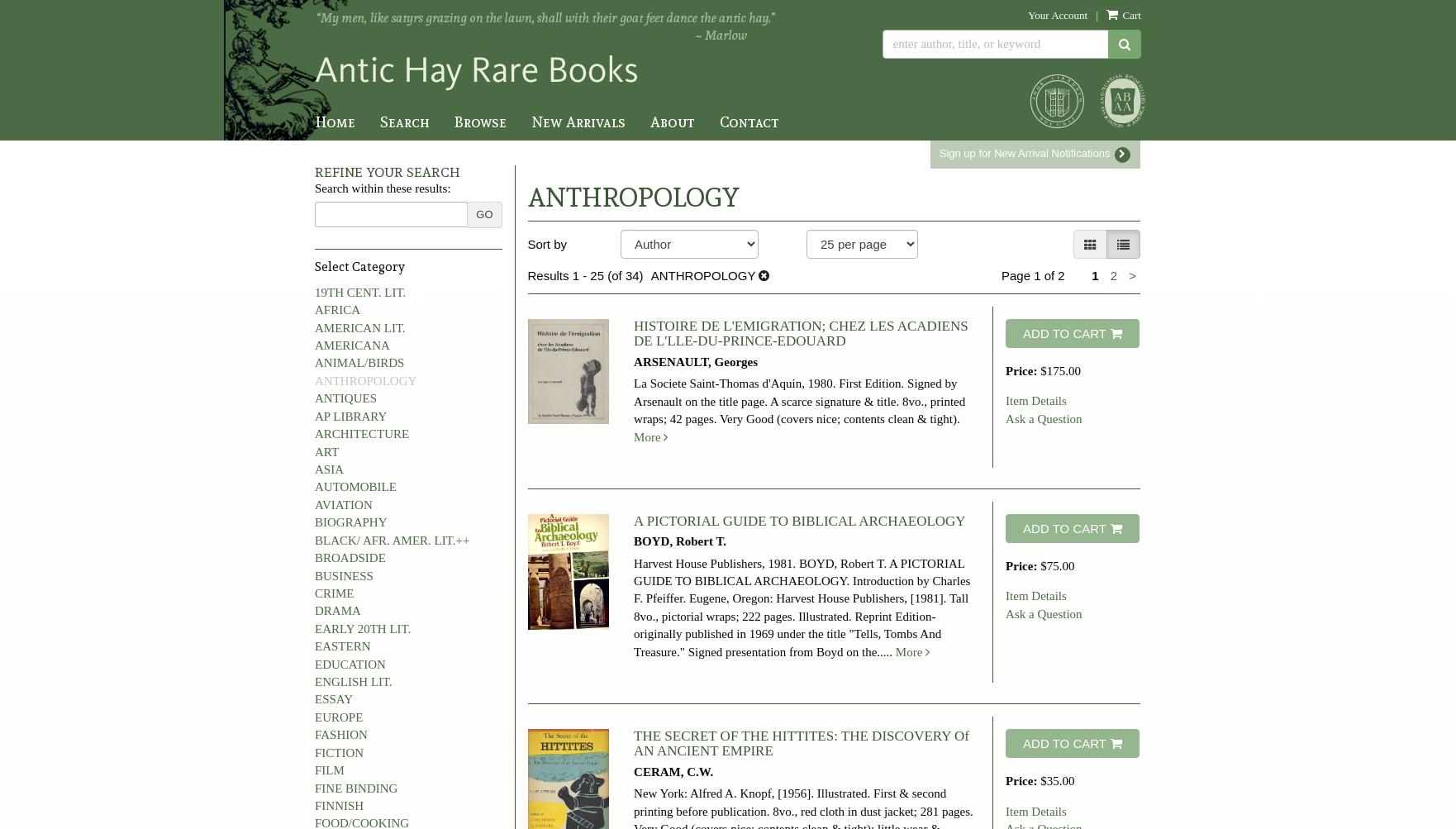 This screenshot has width=1456, height=829. Describe the element at coordinates (359, 363) in the screenshot. I see `'ANIMAL/BIRDS'` at that location.